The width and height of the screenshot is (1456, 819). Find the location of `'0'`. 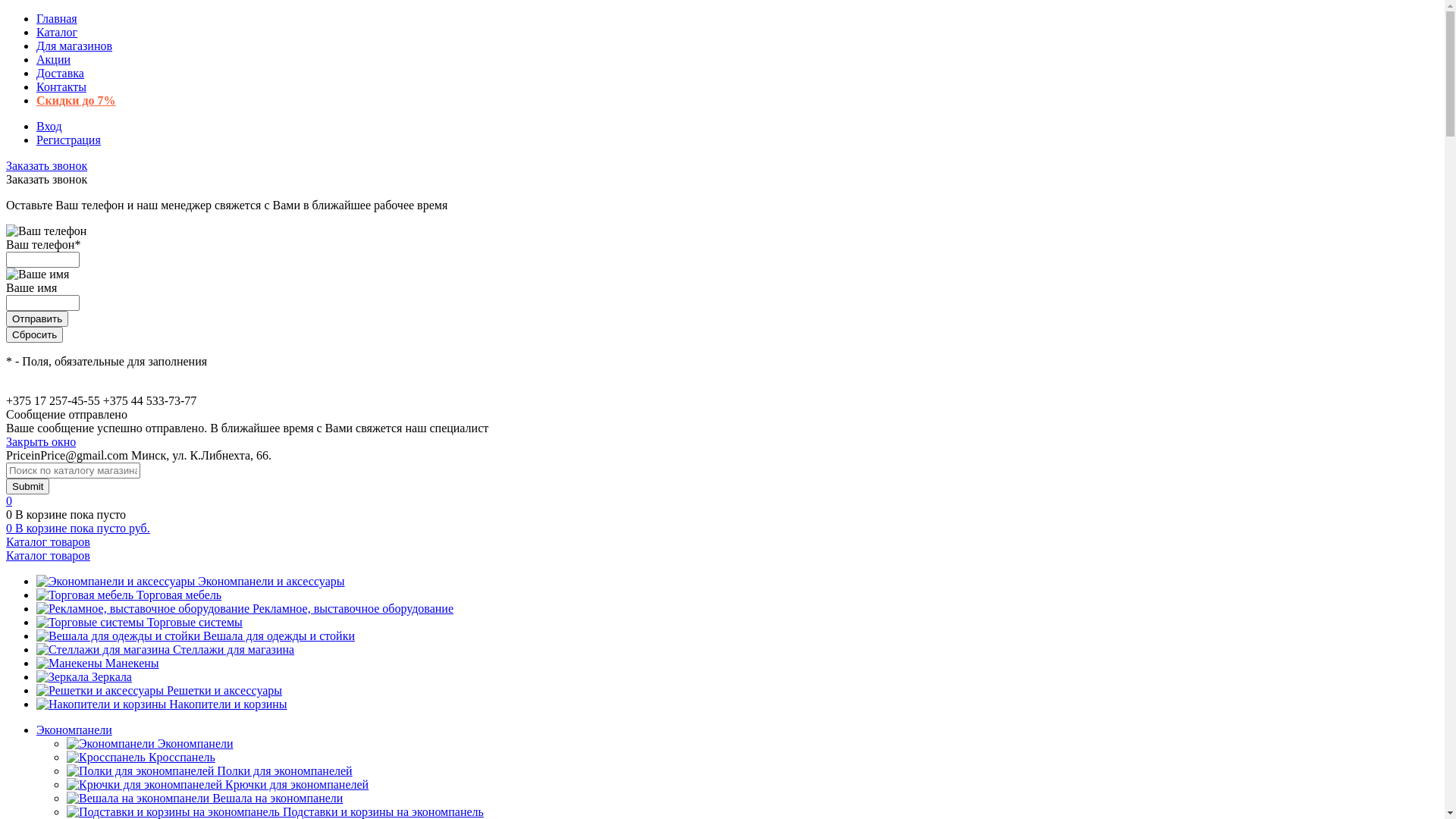

'0' is located at coordinates (11, 513).